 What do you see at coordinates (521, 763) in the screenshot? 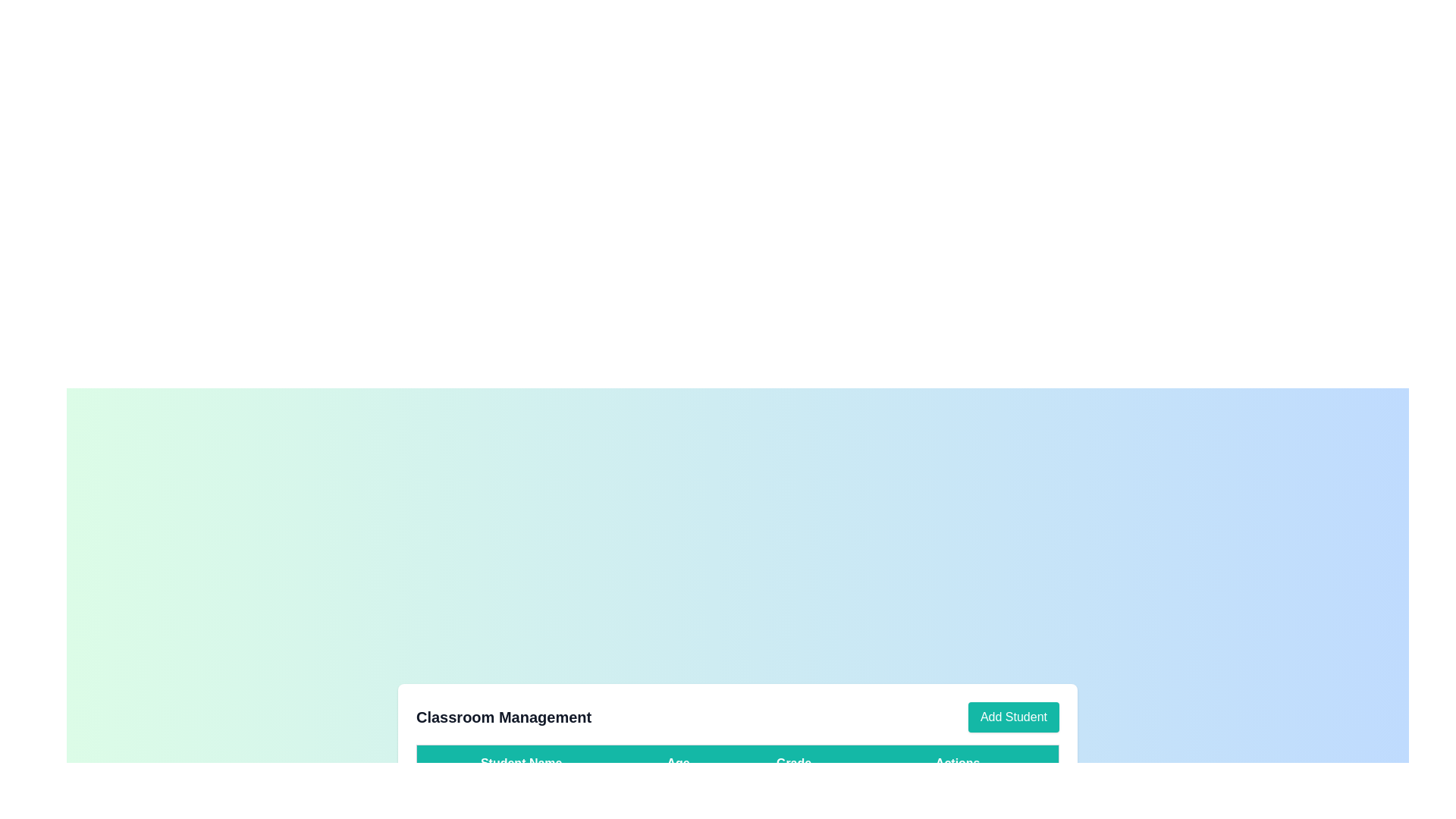
I see `the 'Student Names' text label which is the first item in a row of tabs or headers, positioned to the left of 'Age', 'Grade', and 'Actions' within the bottom section of the interface under 'Classroom Management'` at bounding box center [521, 763].